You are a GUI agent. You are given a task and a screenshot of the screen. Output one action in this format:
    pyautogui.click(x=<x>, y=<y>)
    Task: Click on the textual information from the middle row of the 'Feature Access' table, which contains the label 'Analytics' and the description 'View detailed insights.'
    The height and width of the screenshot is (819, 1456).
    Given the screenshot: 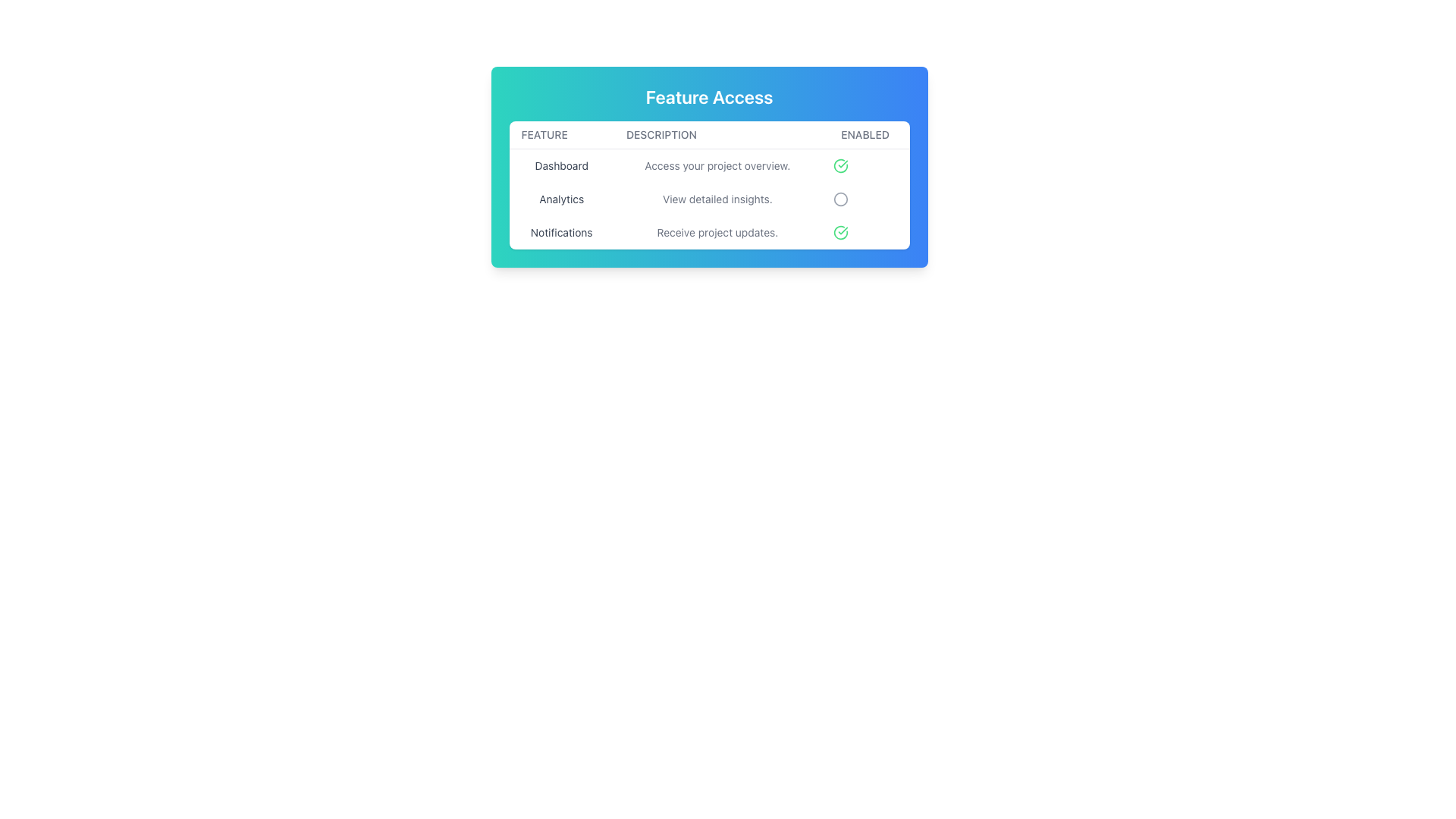 What is the action you would take?
    pyautogui.click(x=708, y=198)
    